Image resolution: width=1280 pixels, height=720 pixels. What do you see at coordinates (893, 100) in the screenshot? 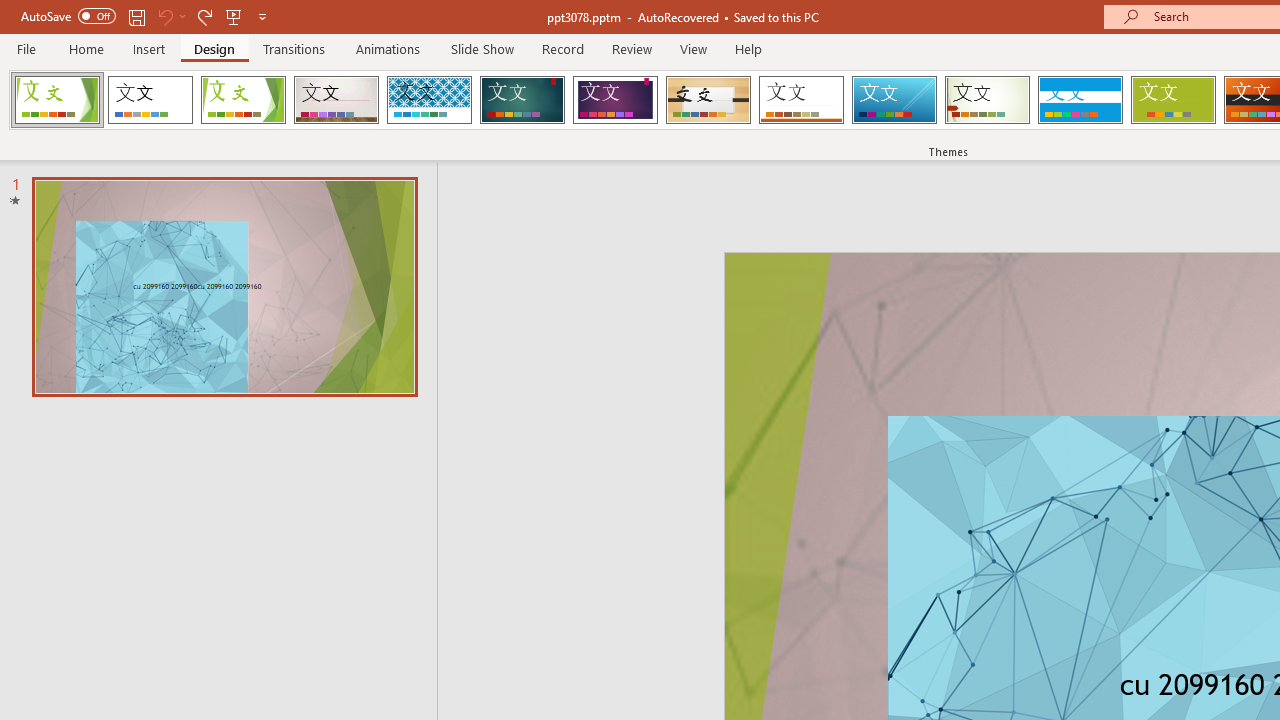
I see `'Slice Loading Preview...'` at bounding box center [893, 100].